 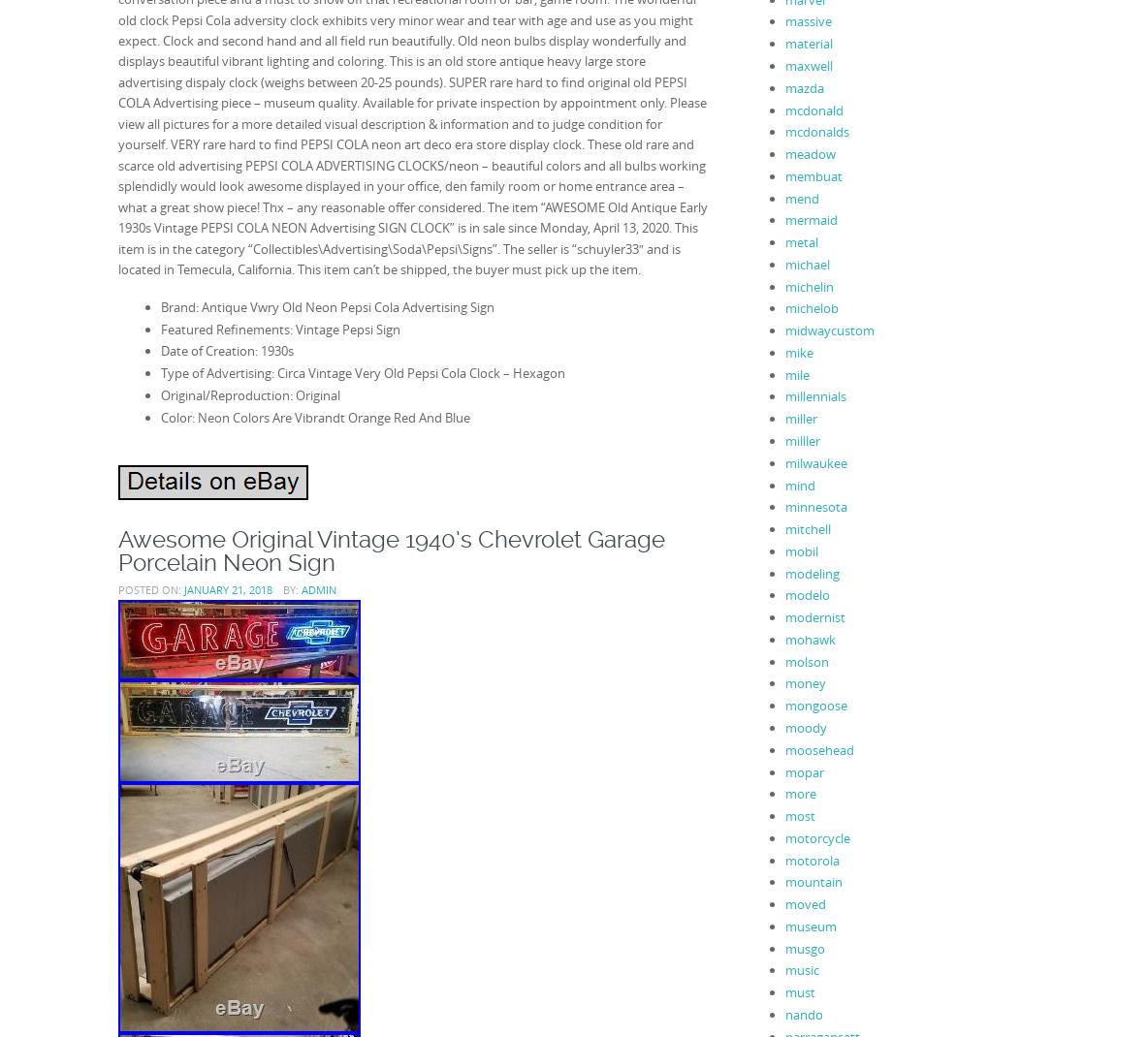 What do you see at coordinates (783, 351) in the screenshot?
I see `'mike'` at bounding box center [783, 351].